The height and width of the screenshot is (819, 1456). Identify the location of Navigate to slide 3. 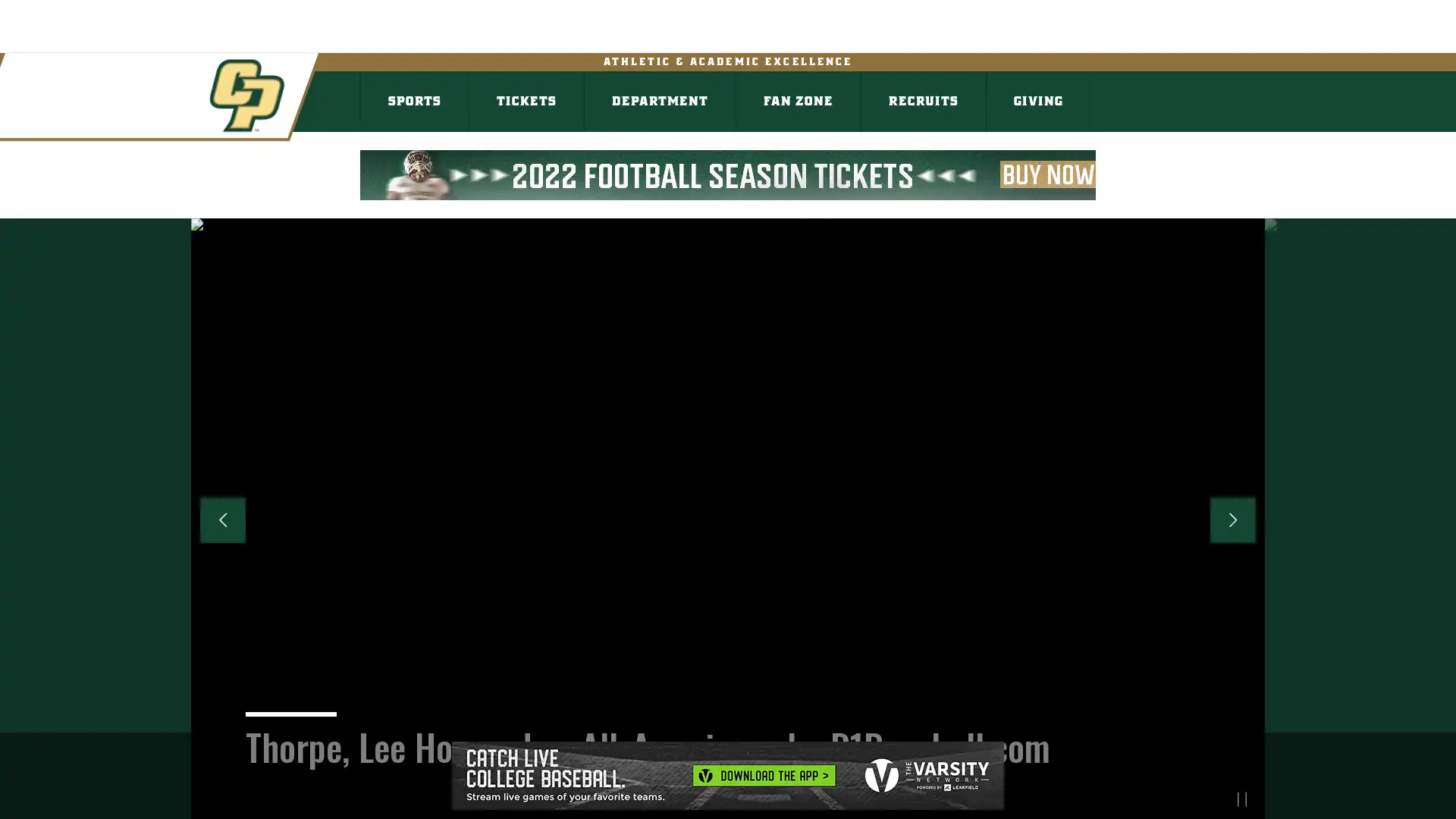
(713, 798).